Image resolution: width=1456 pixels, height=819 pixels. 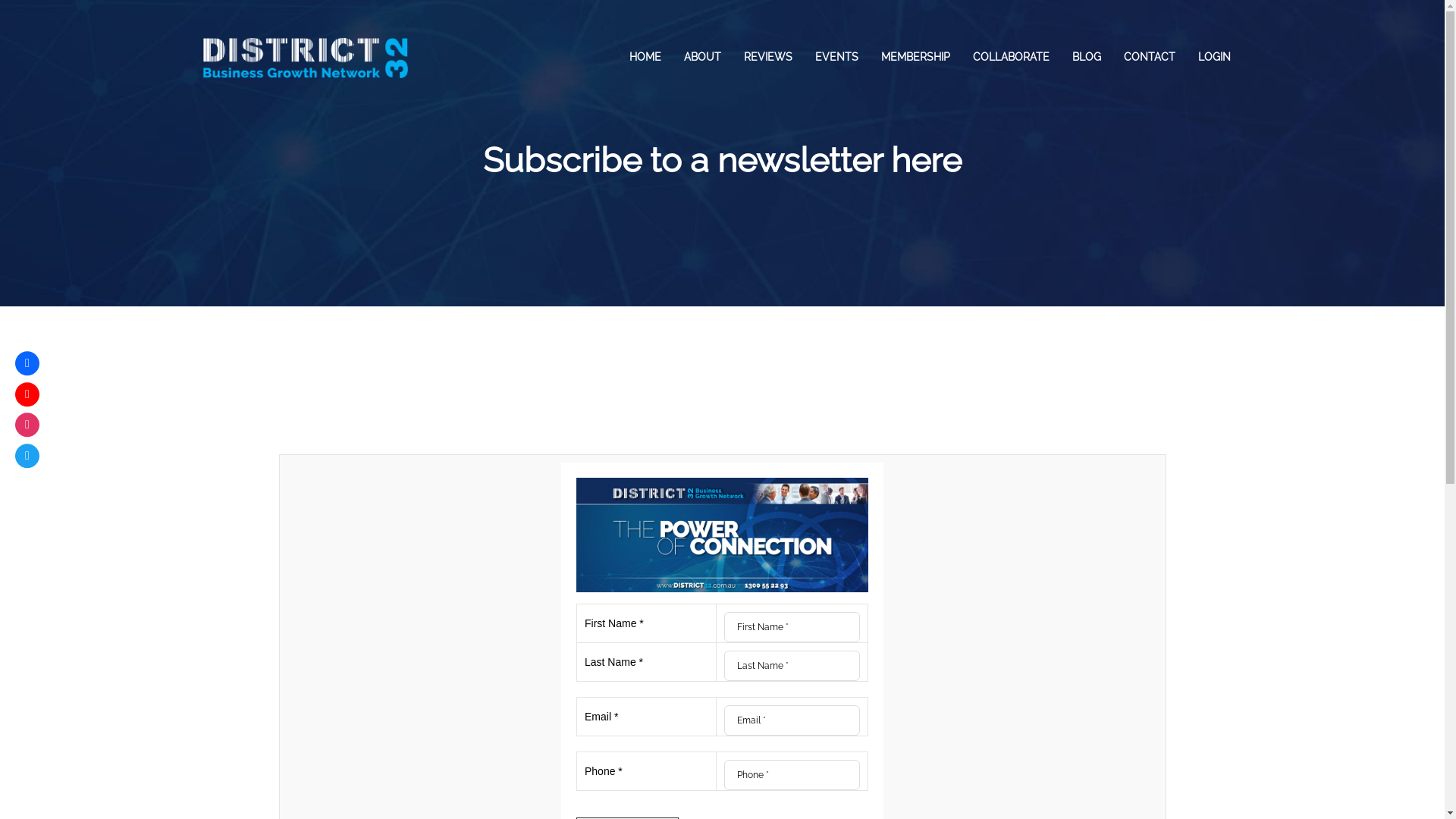 I want to click on 'Instagram', so click(x=27, y=424).